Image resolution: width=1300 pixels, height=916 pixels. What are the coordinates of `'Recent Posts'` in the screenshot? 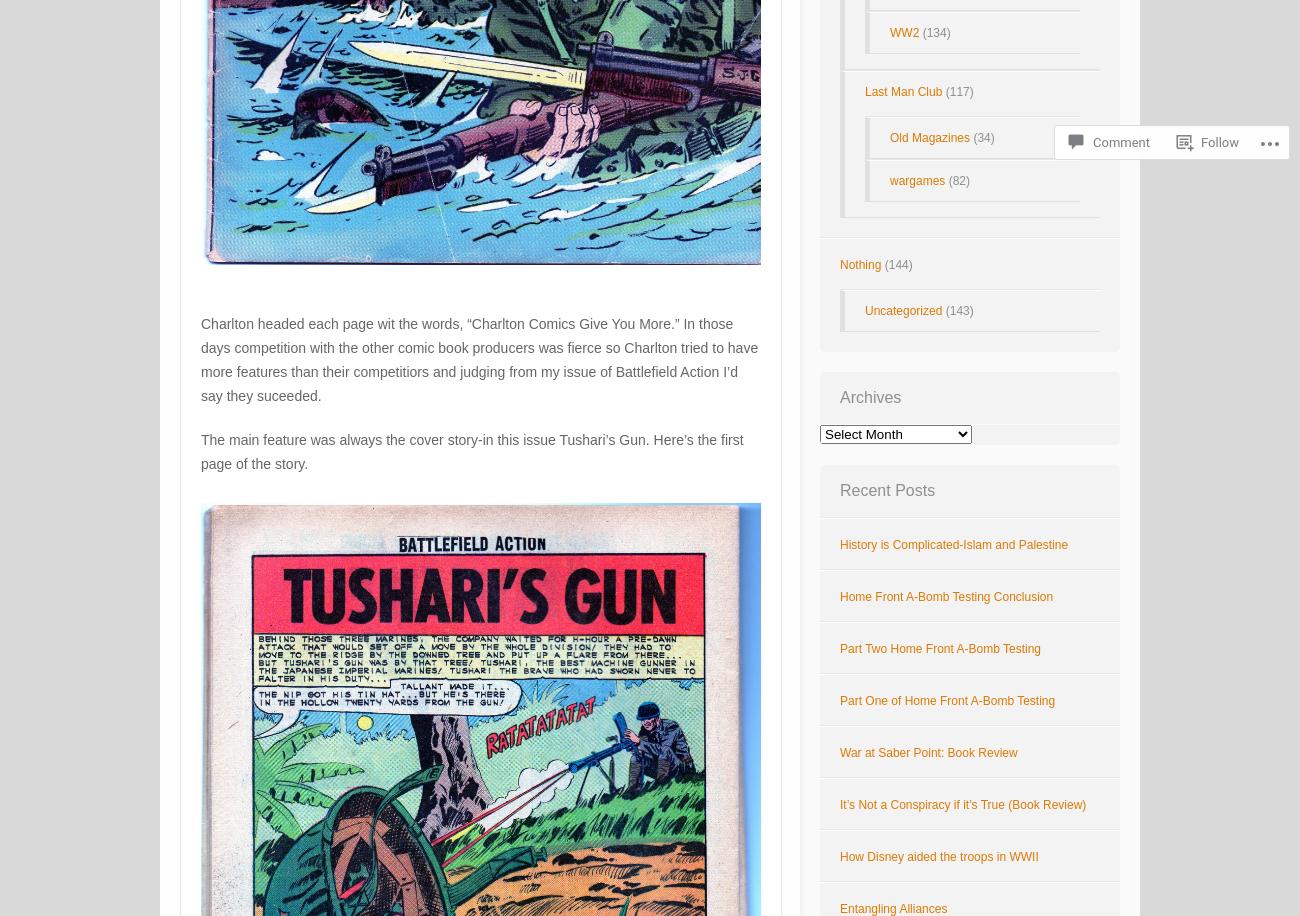 It's located at (840, 490).